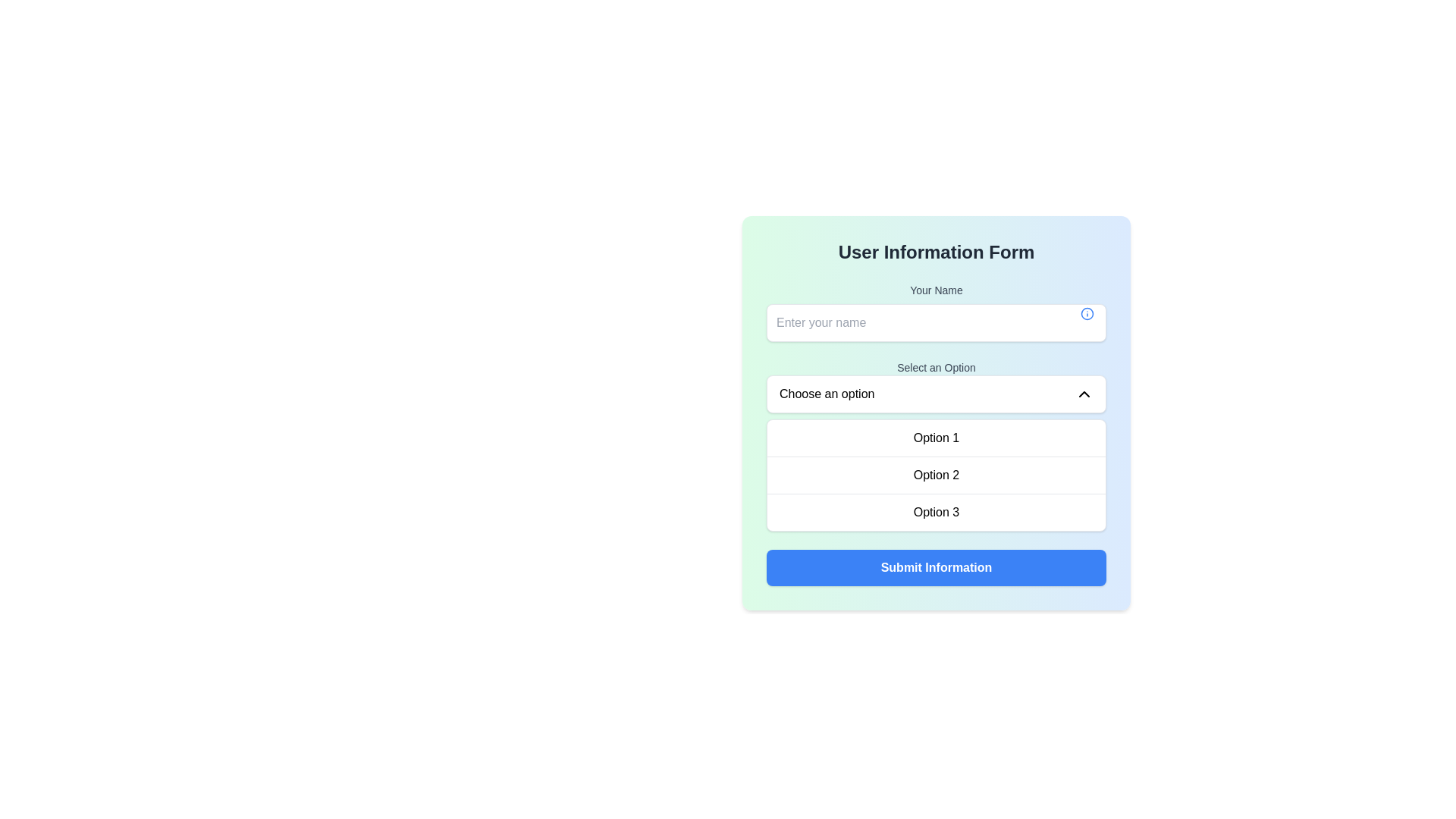 This screenshot has height=819, width=1456. Describe the element at coordinates (935, 394) in the screenshot. I see `the dropdown menu labeled 'Choose an option' to toggle focus` at that location.